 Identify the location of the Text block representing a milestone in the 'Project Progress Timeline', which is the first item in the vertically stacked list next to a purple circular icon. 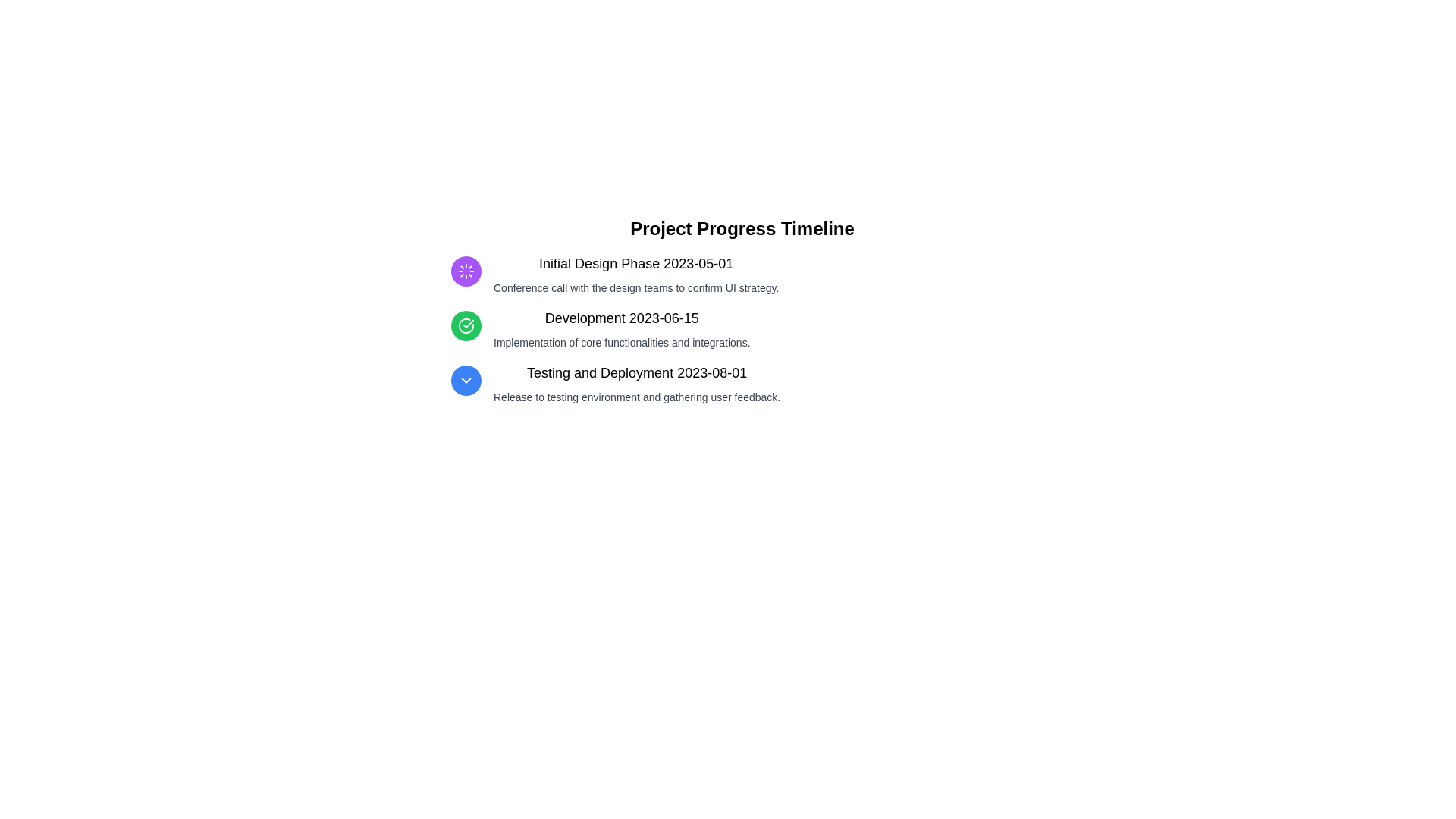
(636, 275).